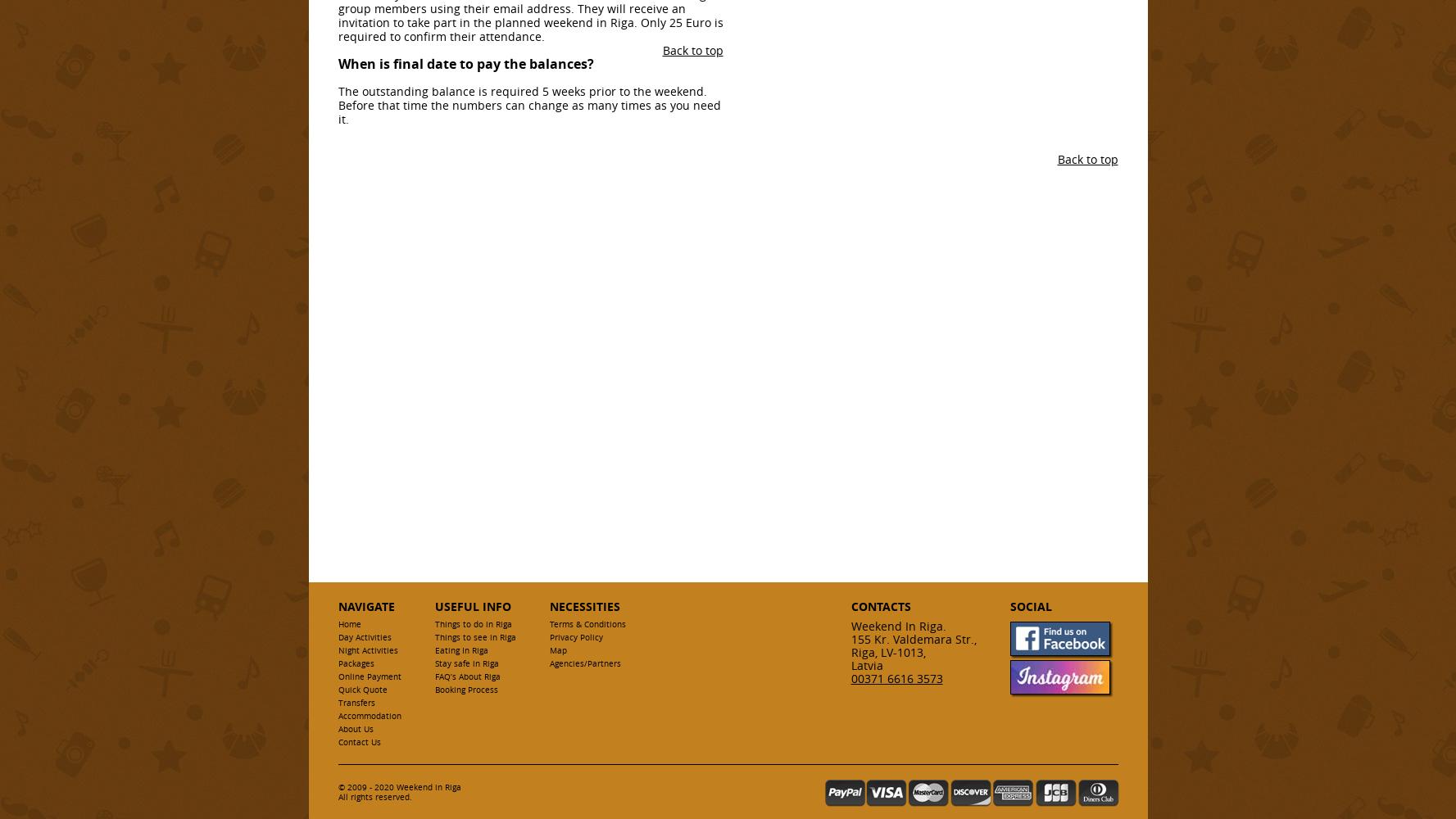  What do you see at coordinates (354, 663) in the screenshot?
I see `'Packages'` at bounding box center [354, 663].